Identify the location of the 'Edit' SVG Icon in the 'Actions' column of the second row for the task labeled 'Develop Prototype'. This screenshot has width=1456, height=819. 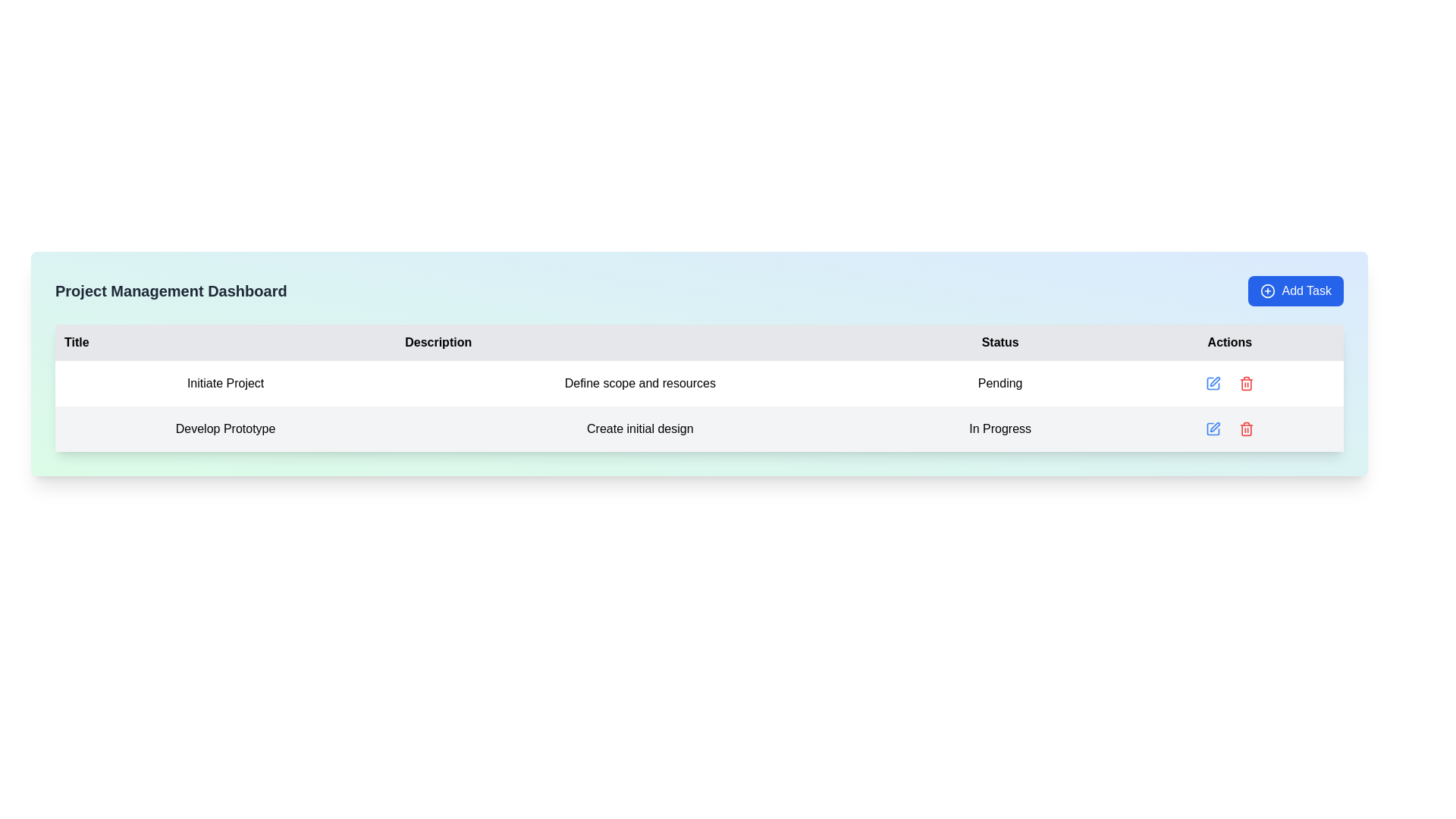
(1212, 429).